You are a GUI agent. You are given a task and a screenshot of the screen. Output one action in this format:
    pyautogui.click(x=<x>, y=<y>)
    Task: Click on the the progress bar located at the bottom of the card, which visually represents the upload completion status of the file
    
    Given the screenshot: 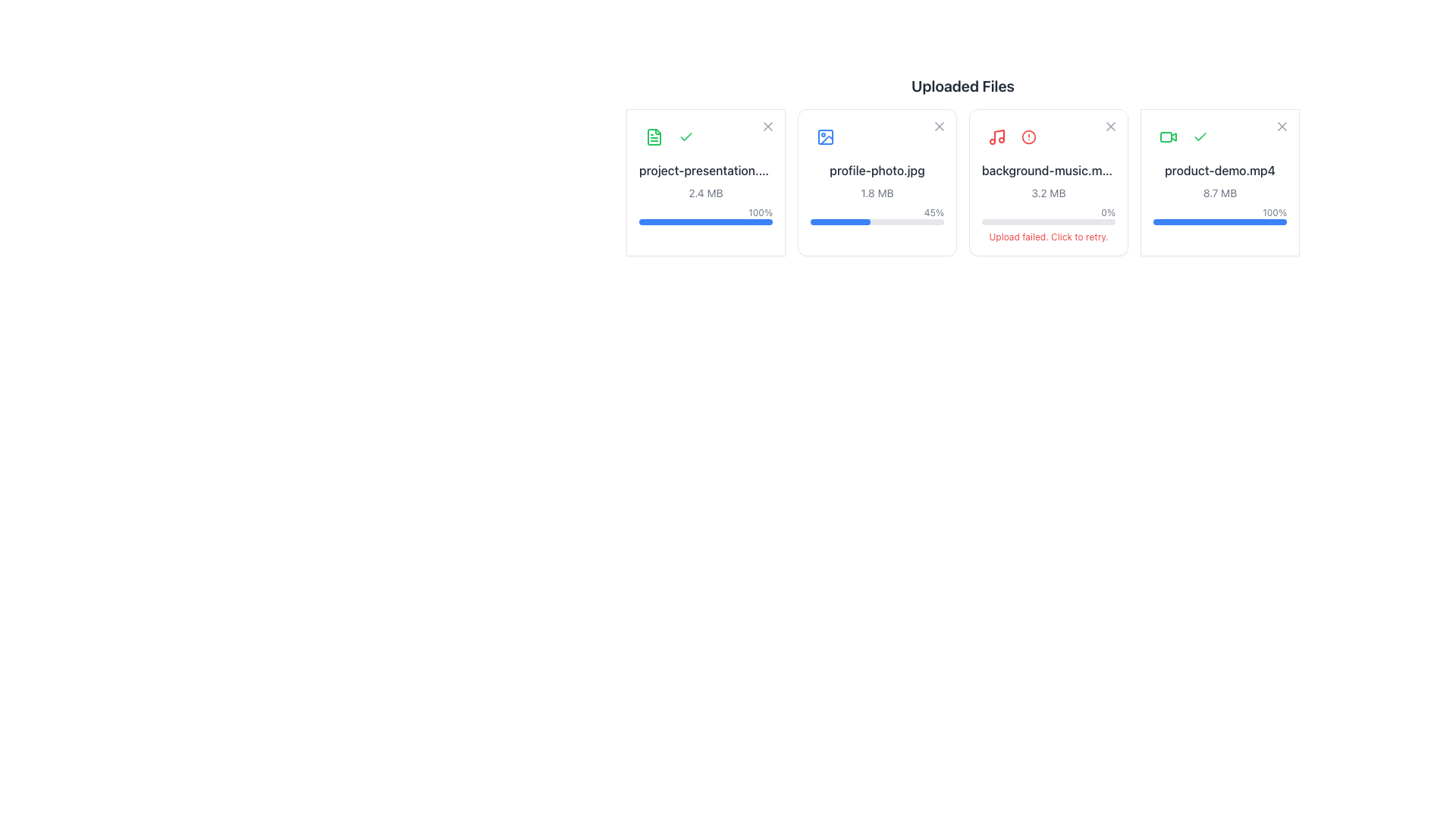 What is the action you would take?
    pyautogui.click(x=705, y=222)
    